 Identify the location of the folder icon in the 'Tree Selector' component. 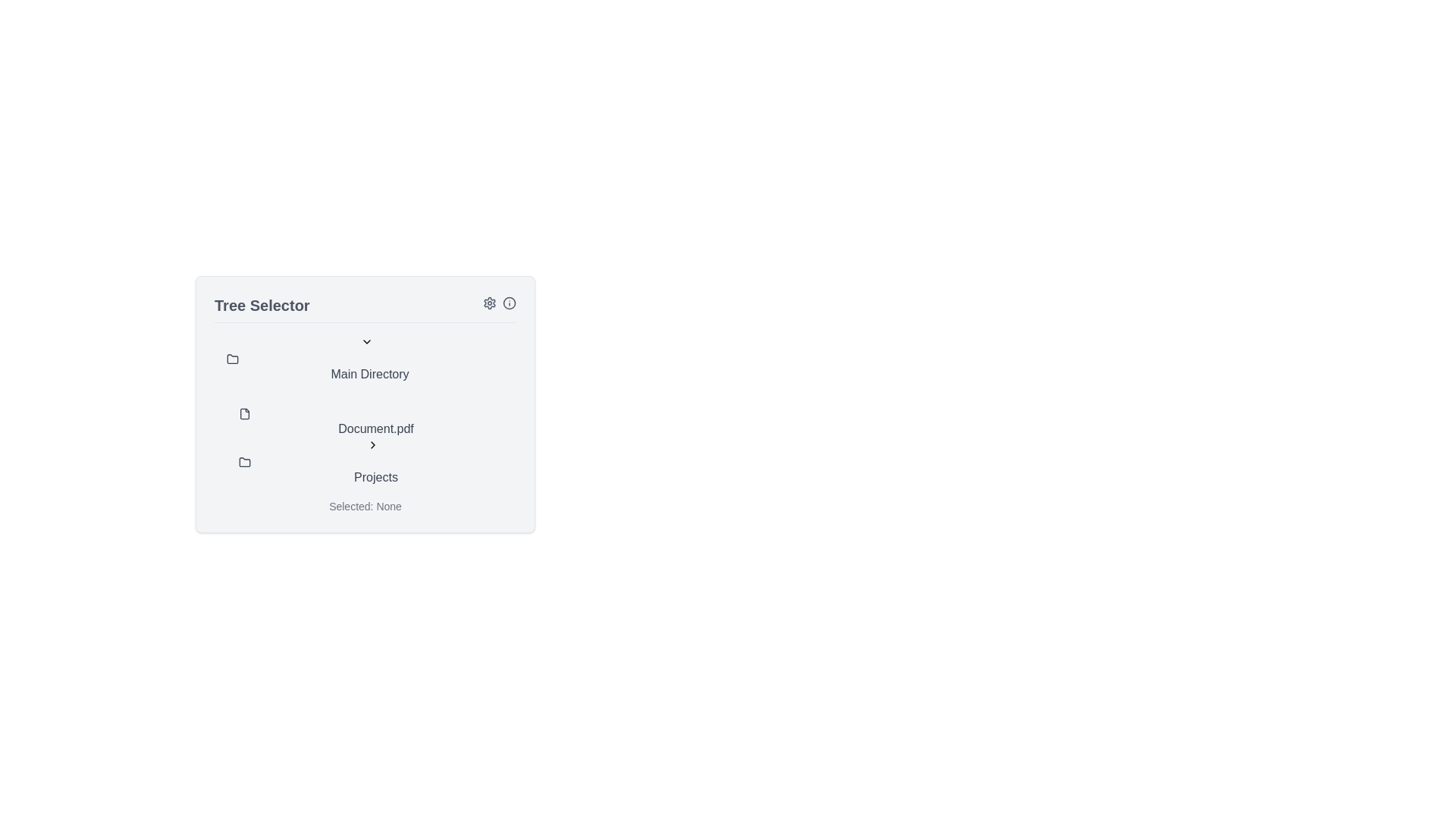
(244, 461).